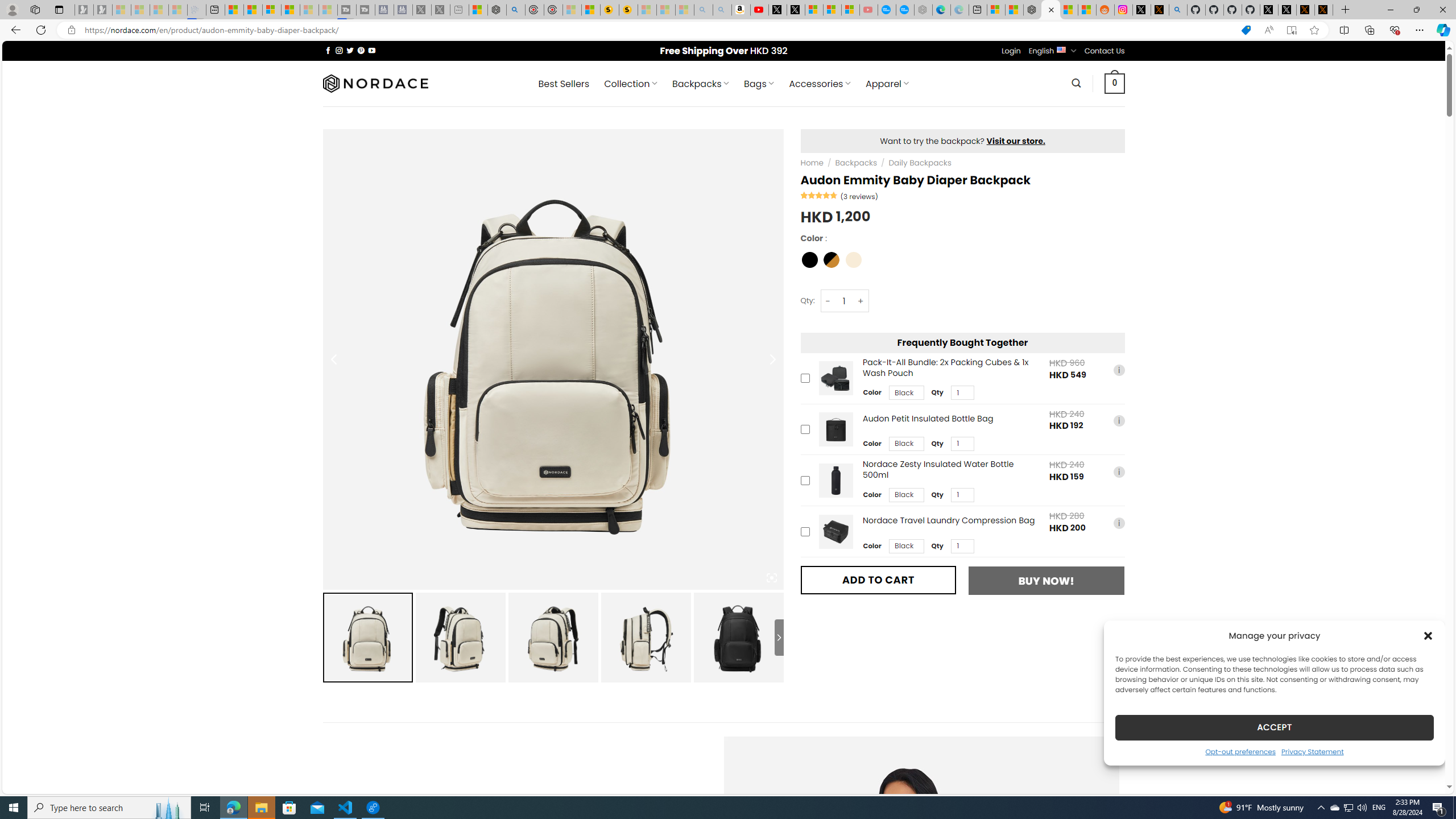 The width and height of the screenshot is (1456, 819). I want to click on 'github - Search', so click(1178, 9).